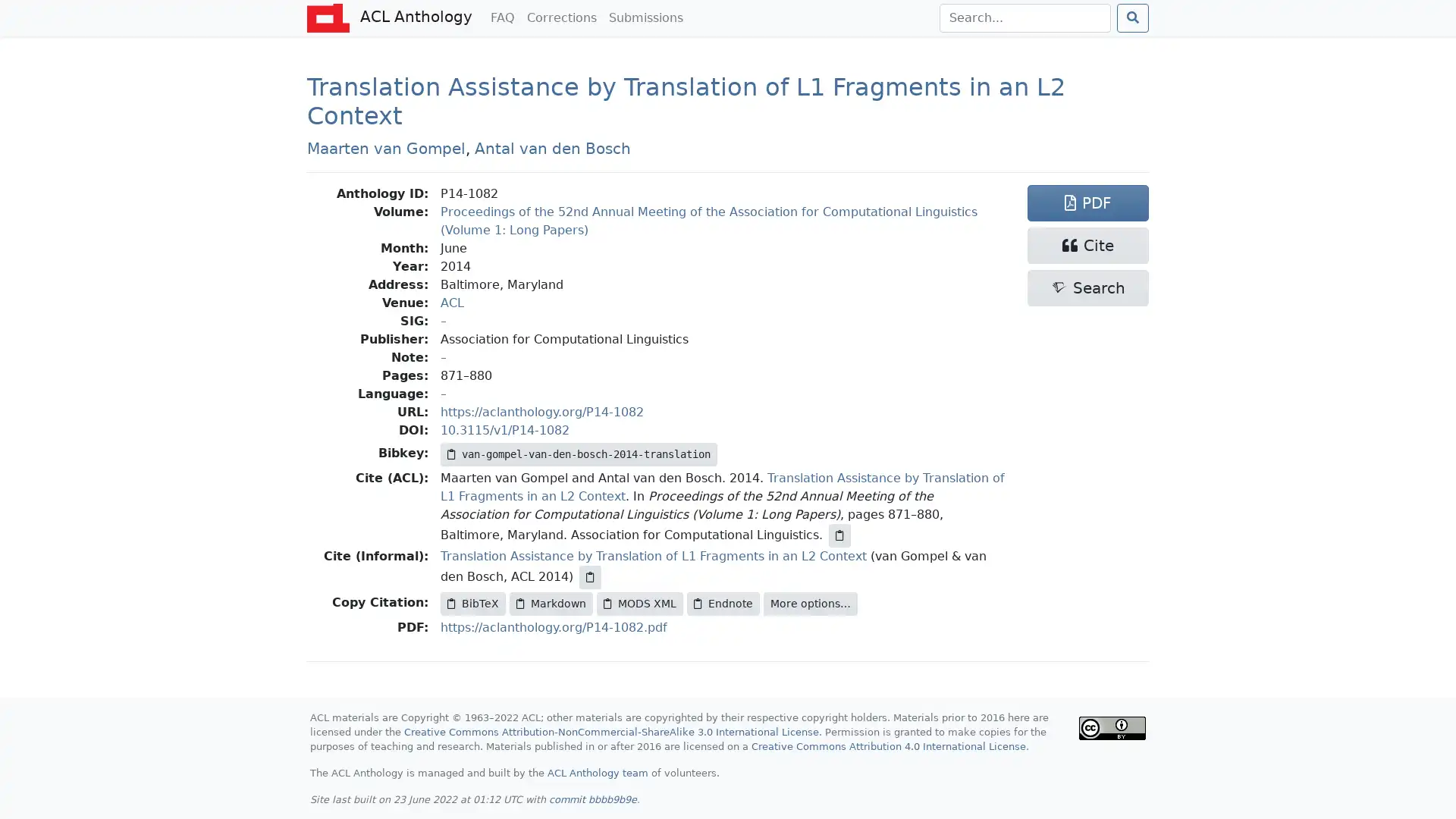 This screenshot has height=819, width=1456. Describe the element at coordinates (550, 602) in the screenshot. I see `Markdown` at that location.